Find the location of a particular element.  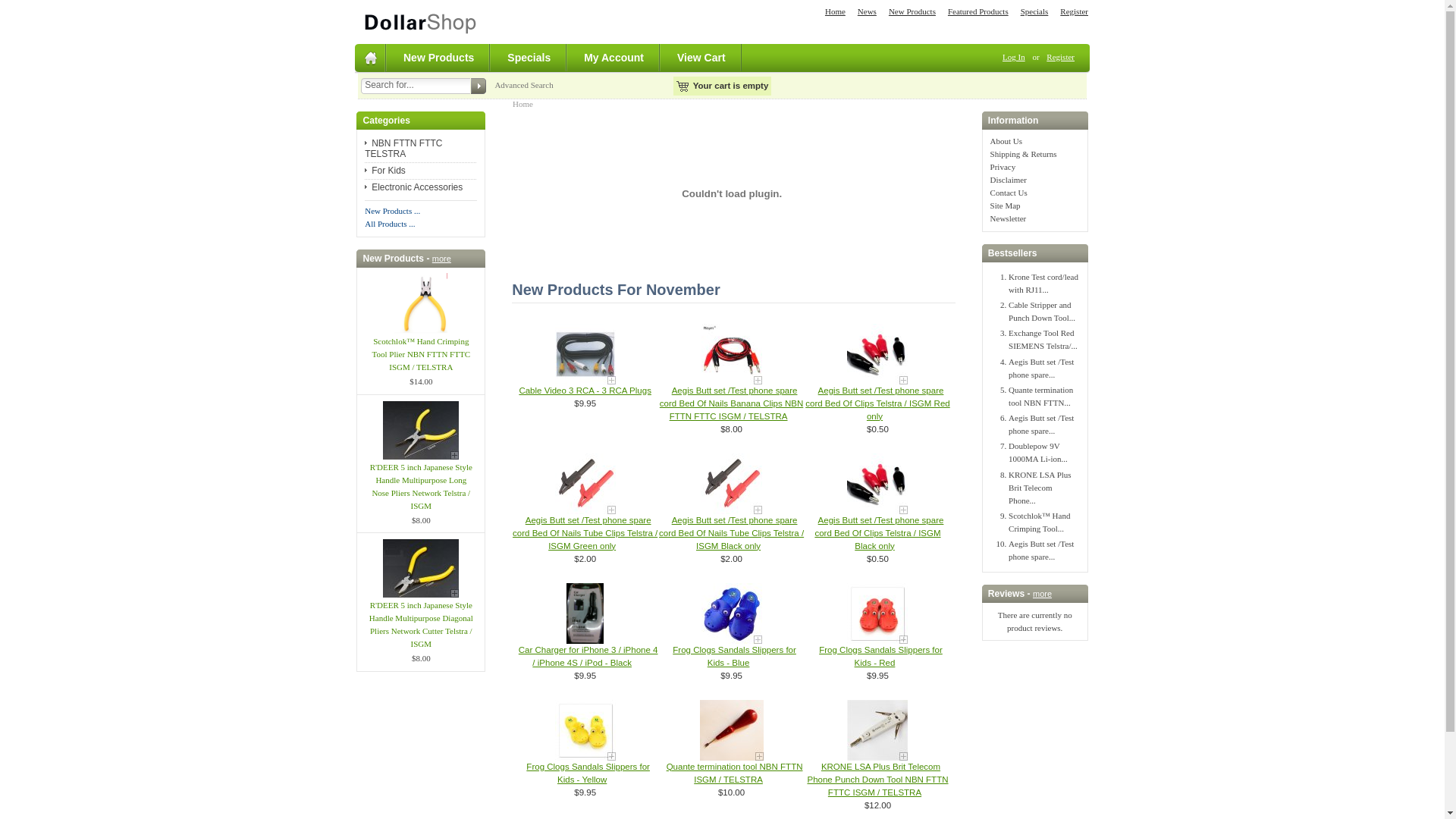

'Privacy' is located at coordinates (990, 166).